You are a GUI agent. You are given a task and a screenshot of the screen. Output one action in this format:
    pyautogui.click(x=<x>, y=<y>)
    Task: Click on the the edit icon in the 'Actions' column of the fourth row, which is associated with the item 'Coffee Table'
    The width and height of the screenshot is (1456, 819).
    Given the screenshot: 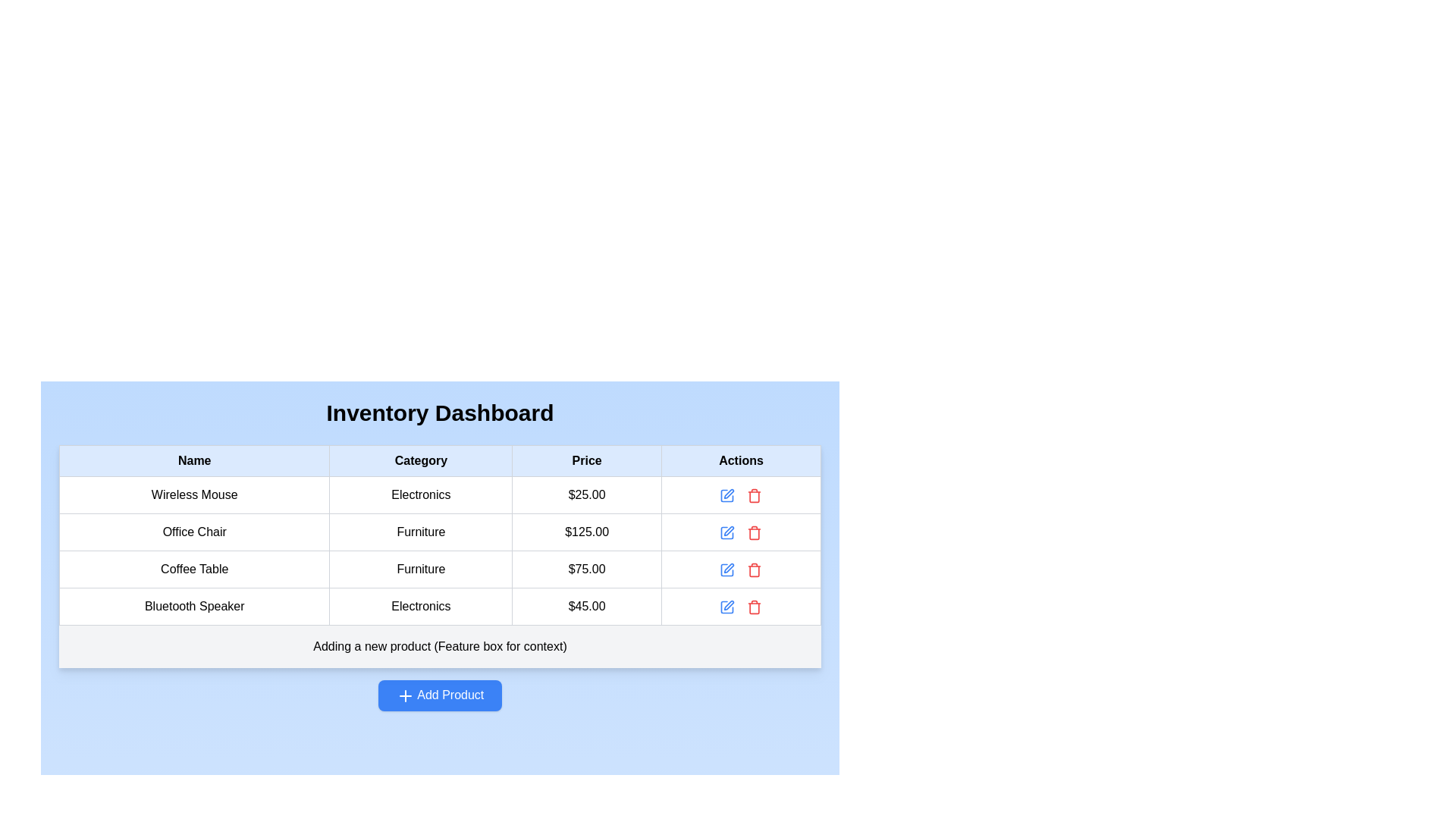 What is the action you would take?
    pyautogui.click(x=729, y=568)
    